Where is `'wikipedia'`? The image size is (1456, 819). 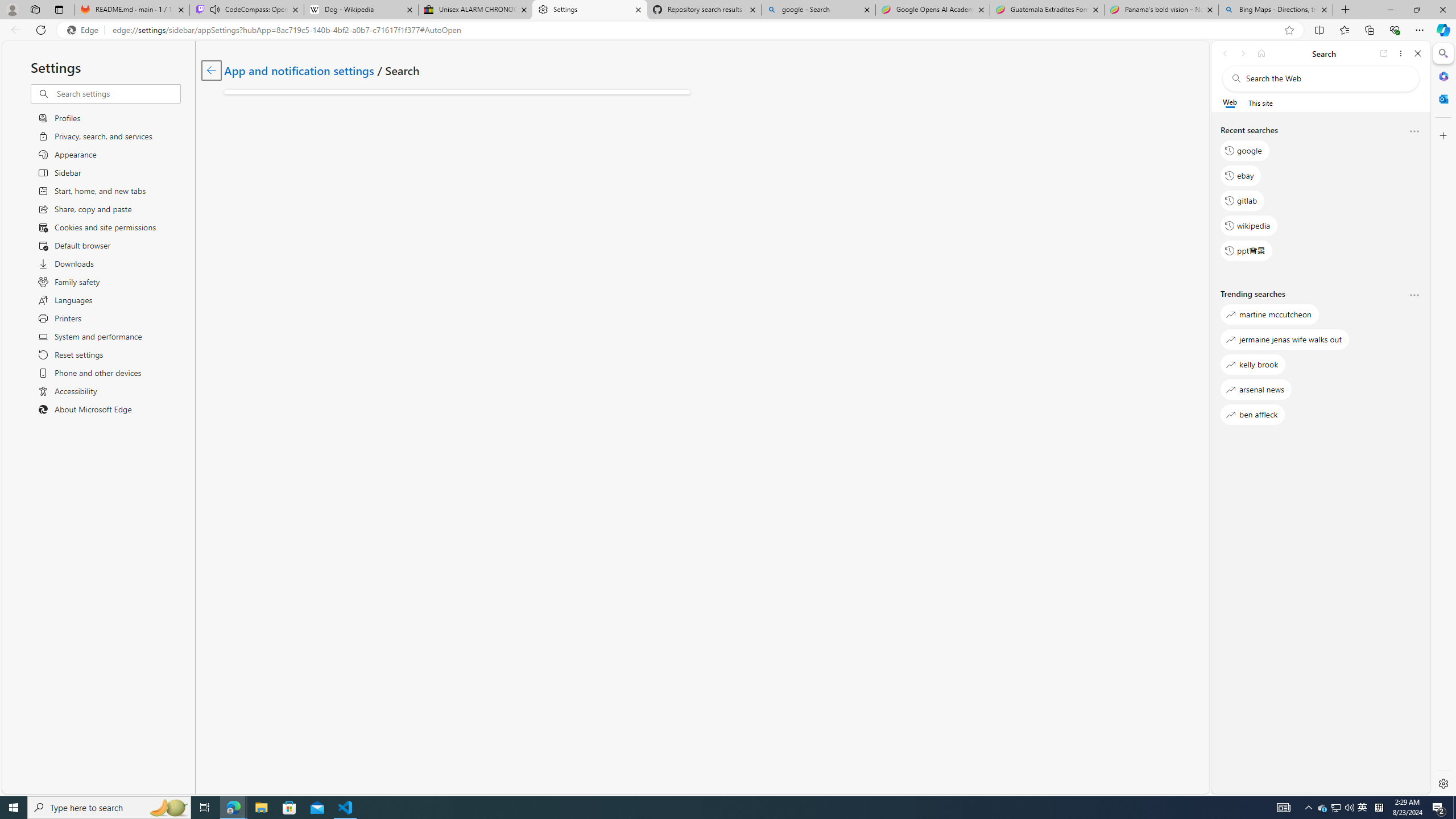 'wikipedia' is located at coordinates (1249, 225).